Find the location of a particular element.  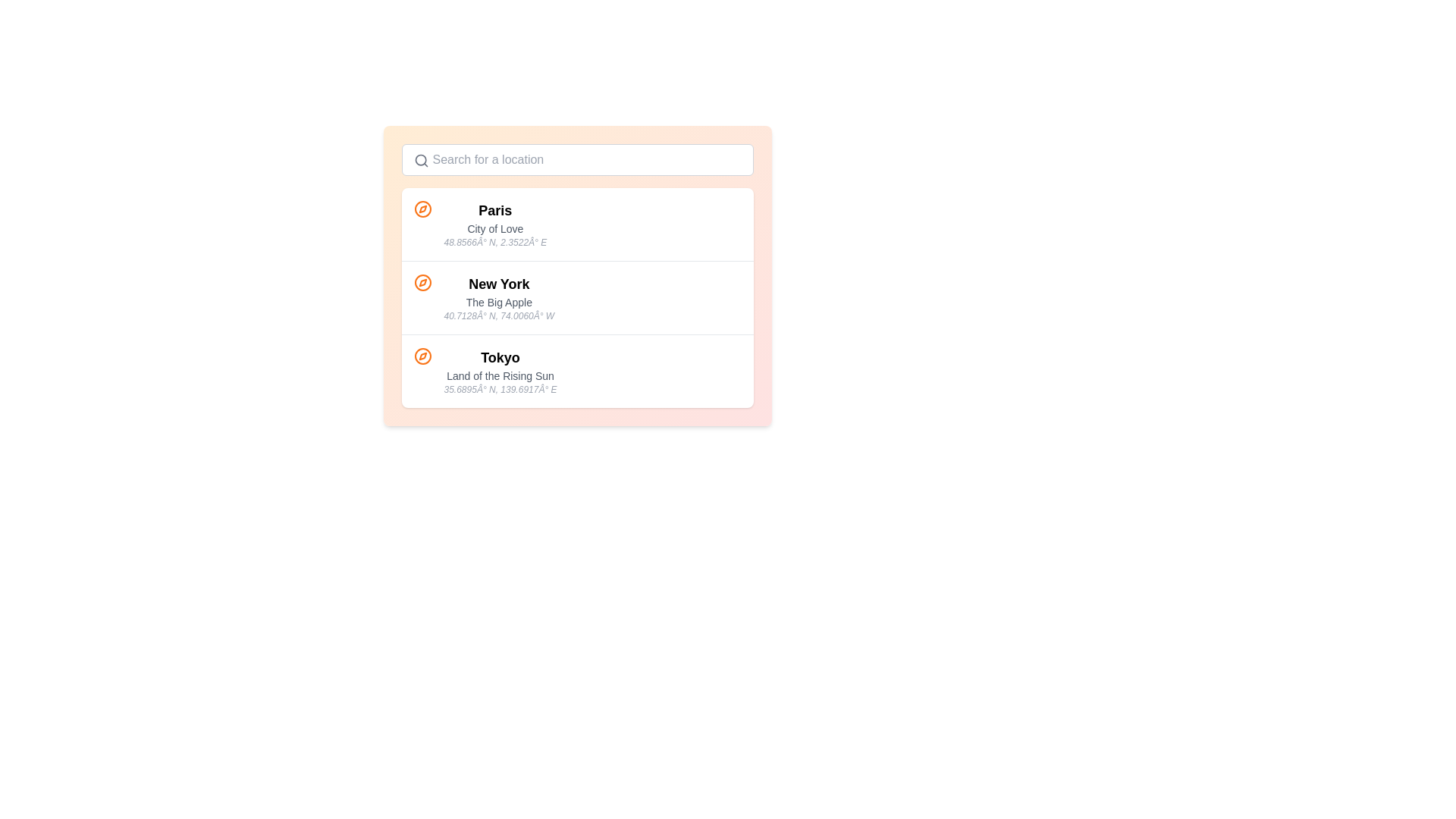

the Informational card displaying city-related information such as 'New York' and its nickname 'The Big Apple', which is the second item in a vertical list of cards is located at coordinates (576, 275).